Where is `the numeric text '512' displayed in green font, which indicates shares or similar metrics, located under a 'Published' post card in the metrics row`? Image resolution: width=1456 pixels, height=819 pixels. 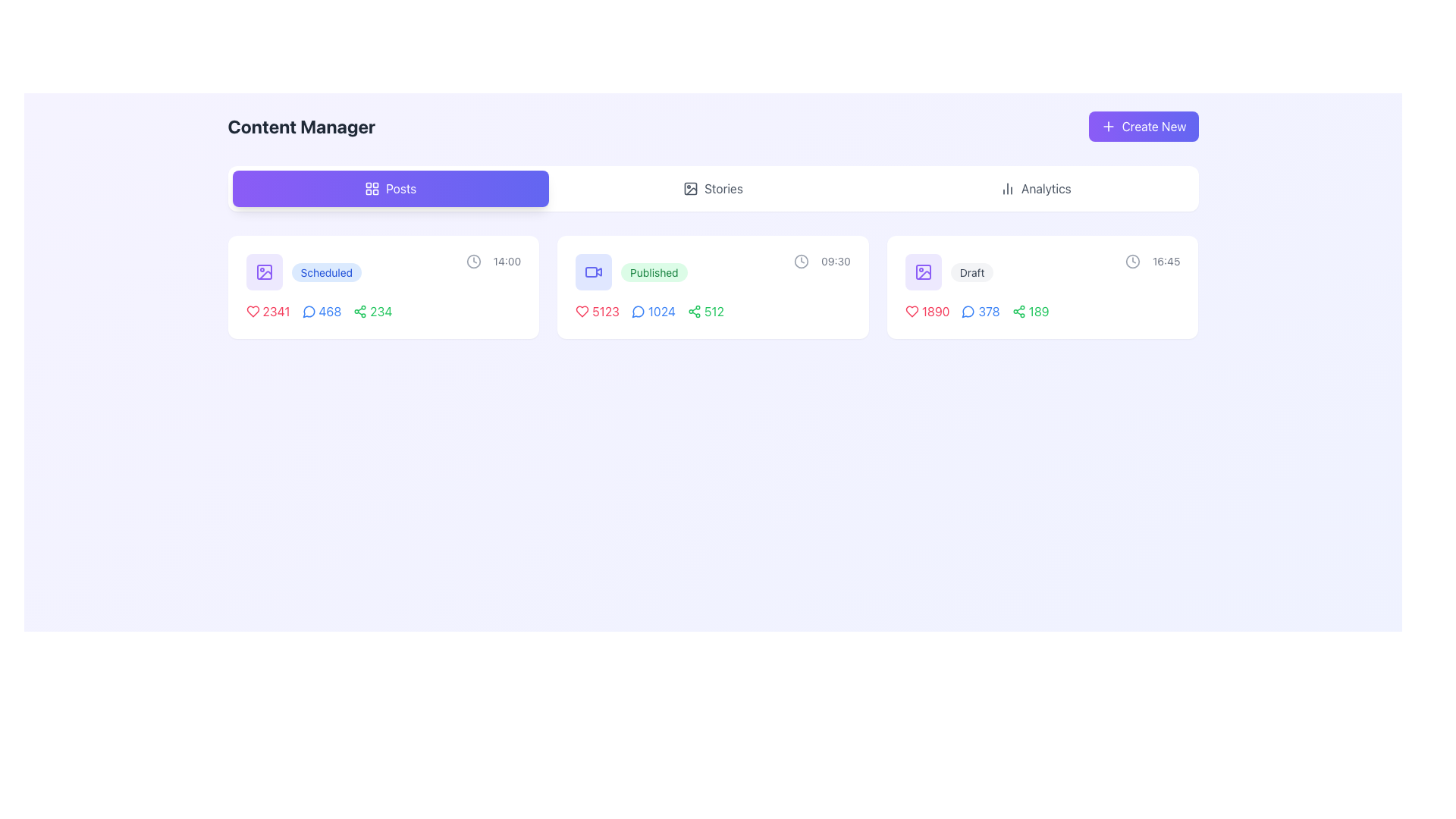 the numeric text '512' displayed in green font, which indicates shares or similar metrics, located under a 'Published' post card in the metrics row is located at coordinates (713, 311).